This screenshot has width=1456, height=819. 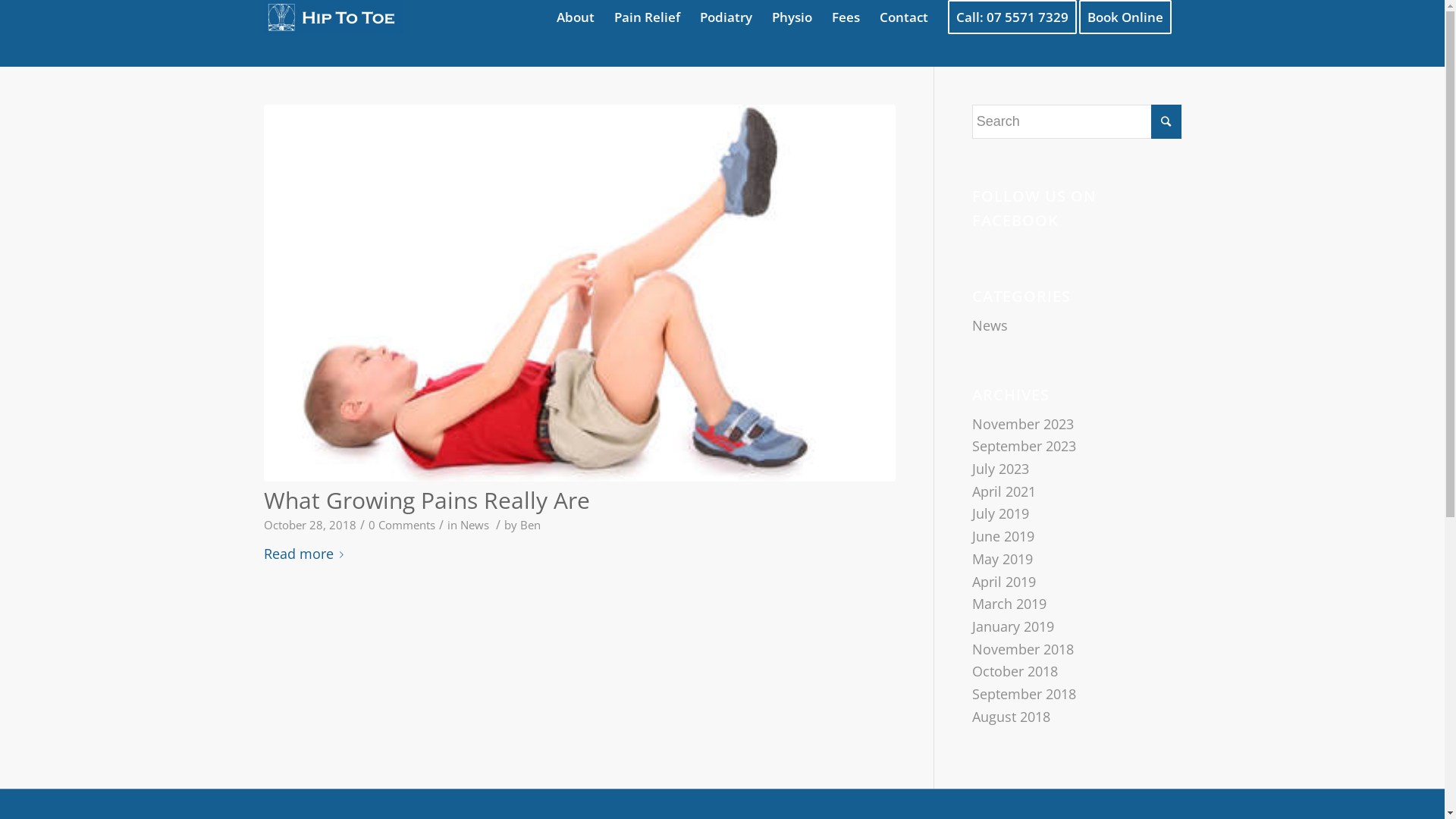 I want to click on 'October 2018', so click(x=971, y=670).